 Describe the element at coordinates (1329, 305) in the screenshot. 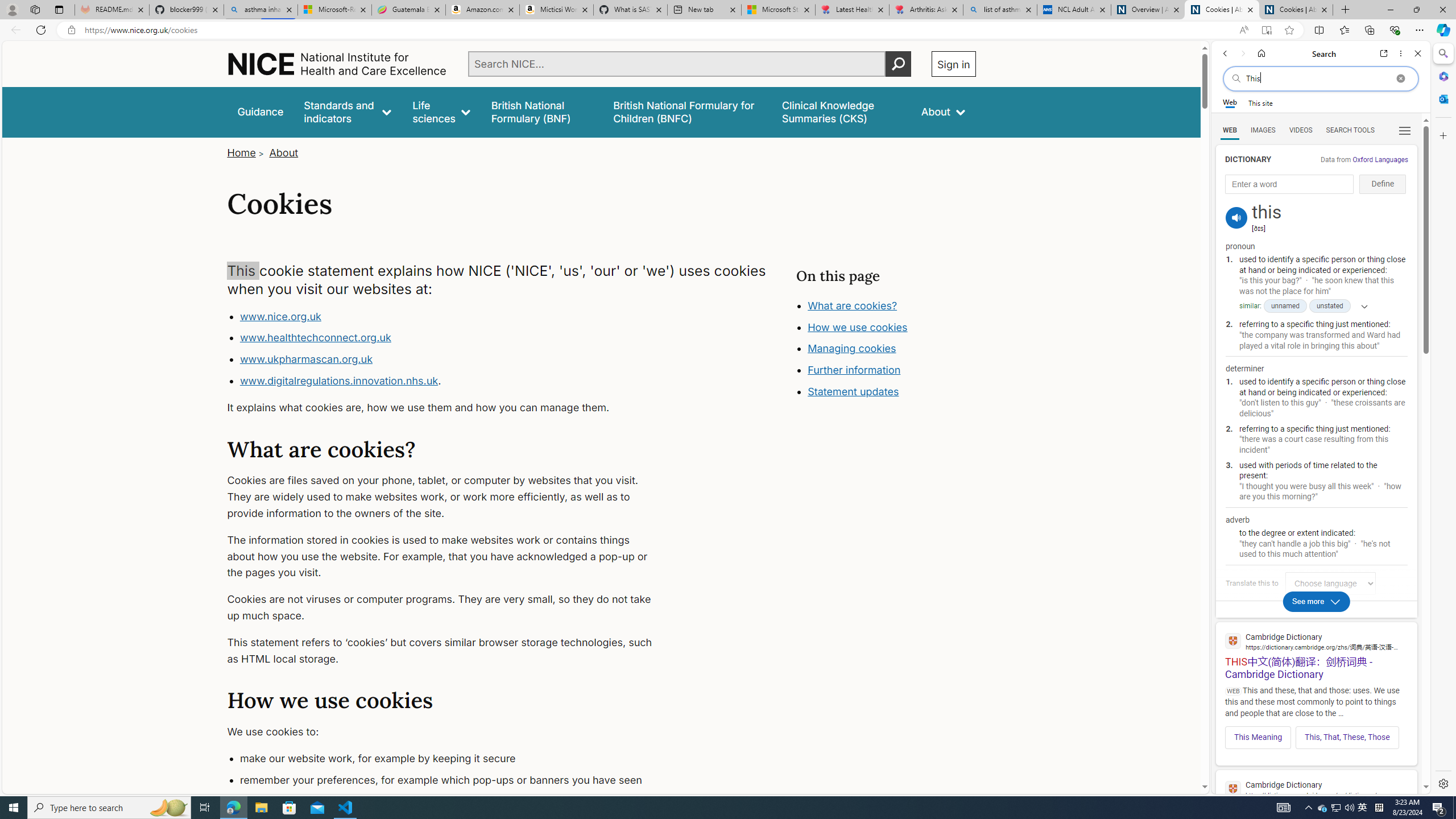

I see `'unstated'` at that location.